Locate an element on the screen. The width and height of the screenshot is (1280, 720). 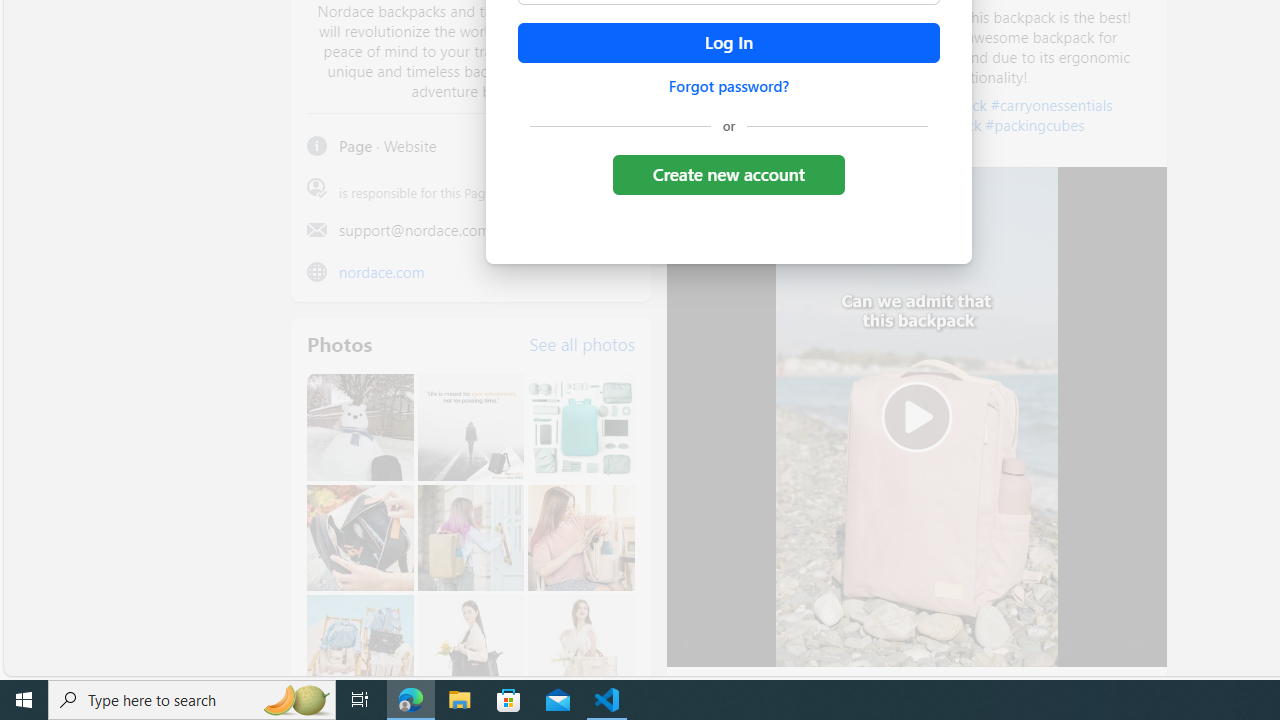
'Create new account' is located at coordinates (727, 173).